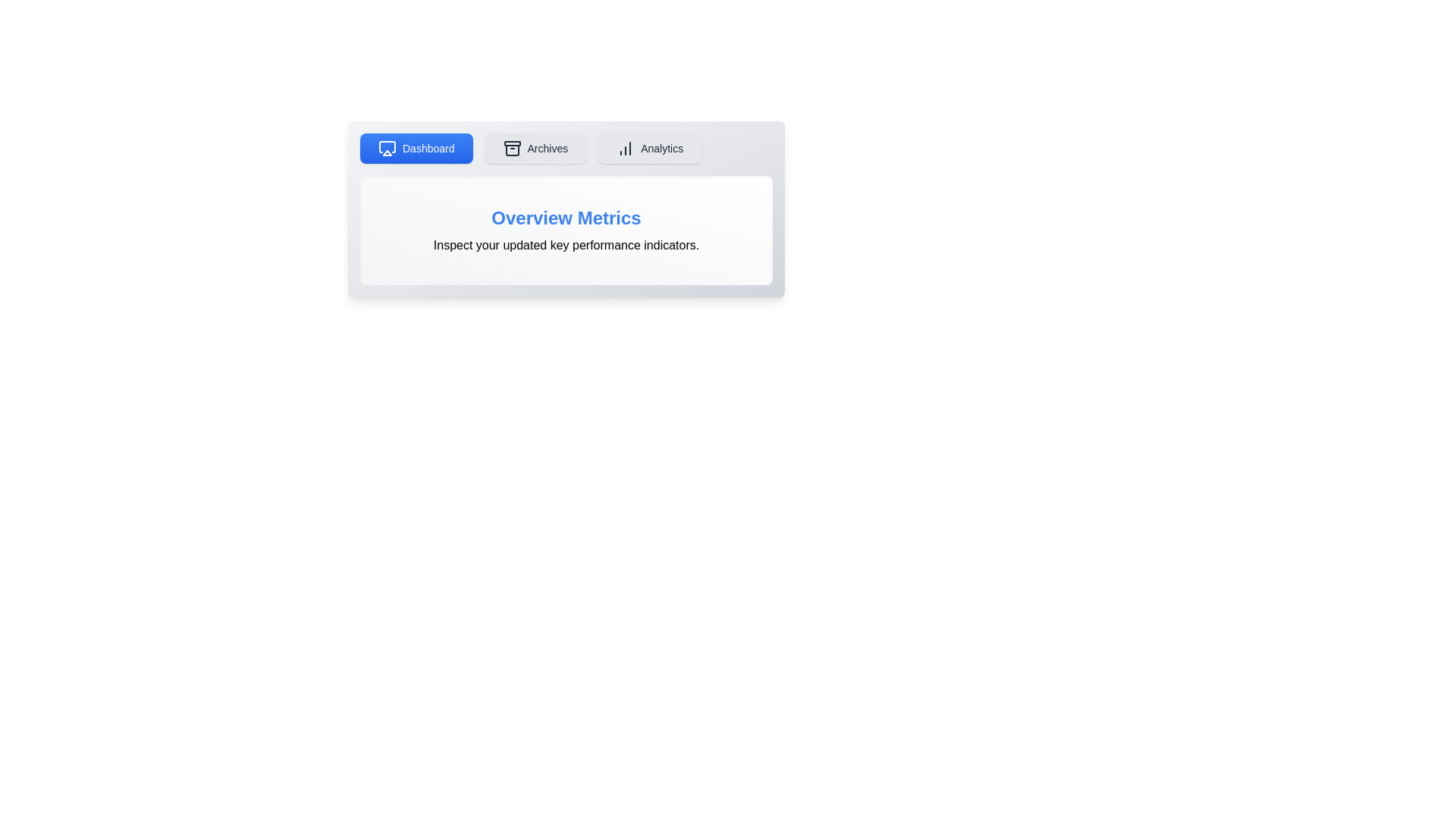 The image size is (1456, 819). I want to click on the button labeled Dashboard to observe its hover effect, so click(416, 149).